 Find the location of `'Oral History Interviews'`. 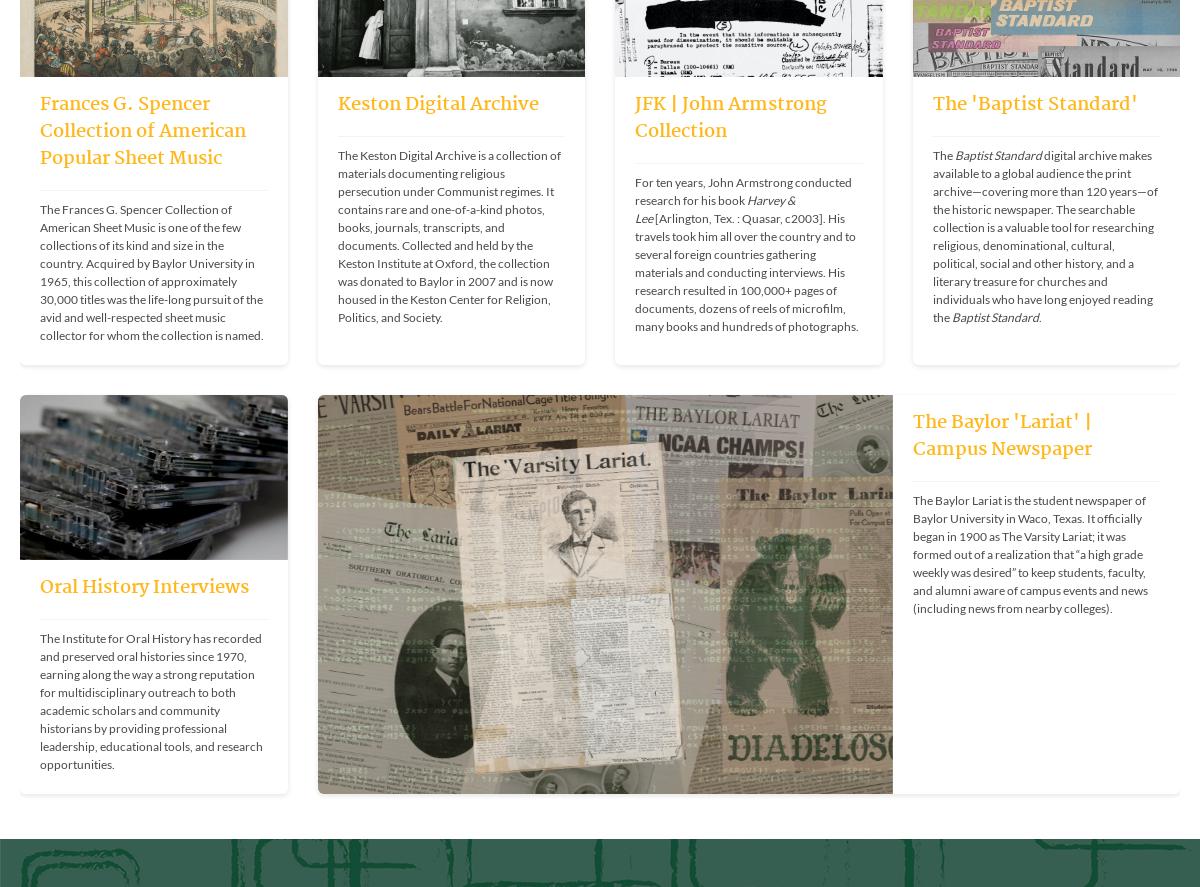

'Oral History Interviews' is located at coordinates (144, 586).